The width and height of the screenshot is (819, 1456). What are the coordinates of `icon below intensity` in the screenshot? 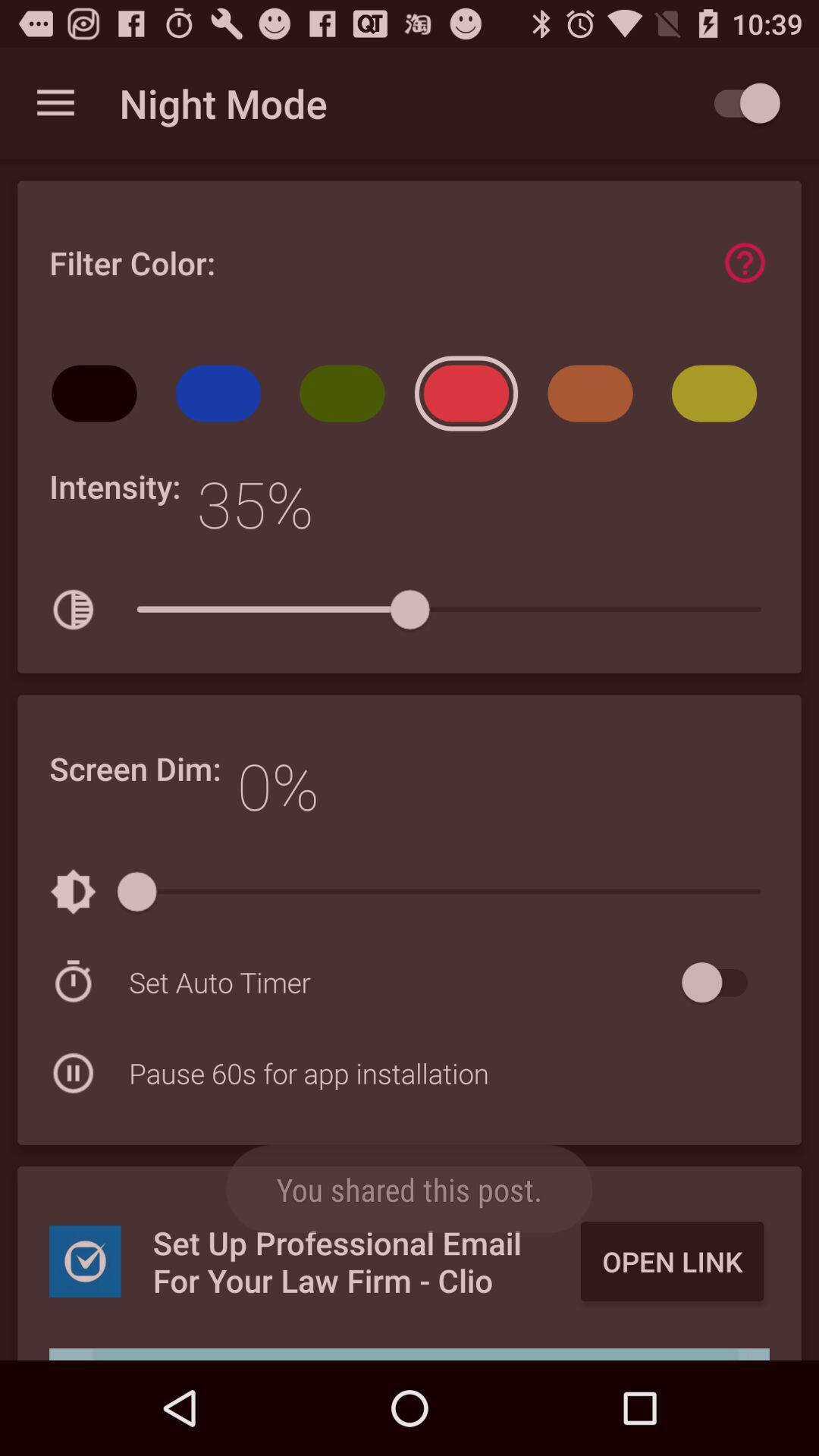 It's located at (73, 610).